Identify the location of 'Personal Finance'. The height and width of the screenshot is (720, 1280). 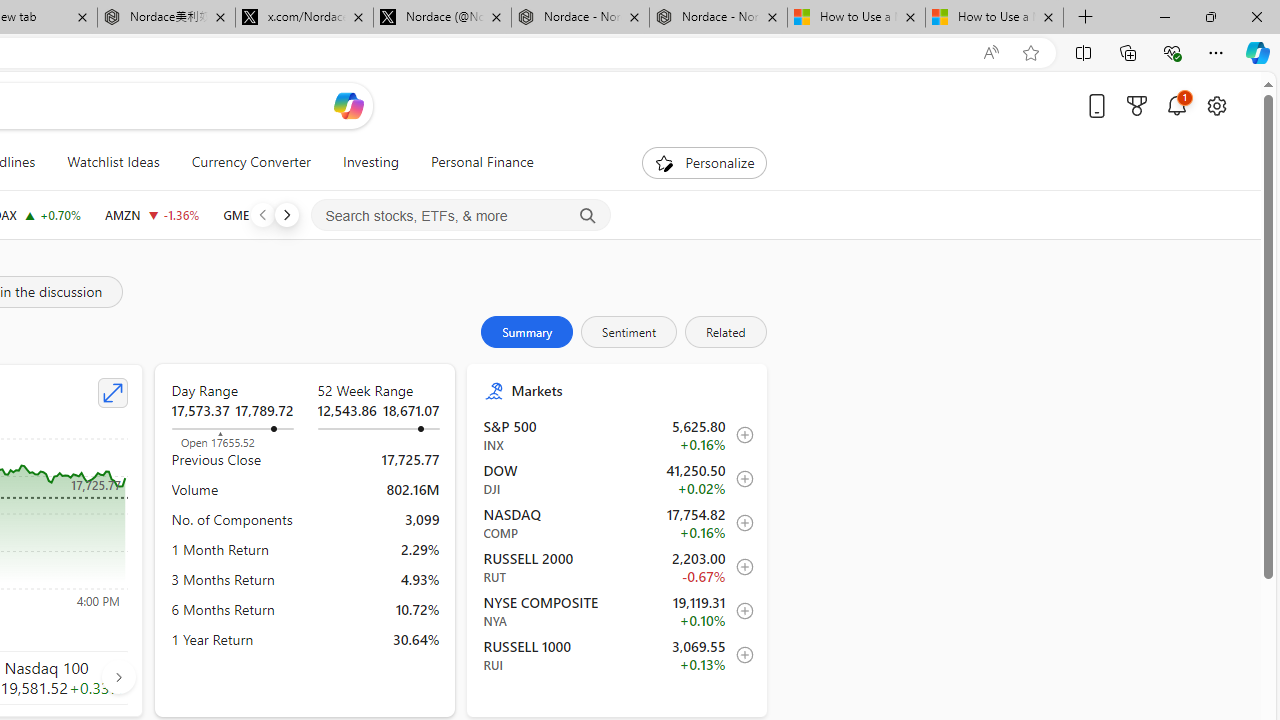
(472, 162).